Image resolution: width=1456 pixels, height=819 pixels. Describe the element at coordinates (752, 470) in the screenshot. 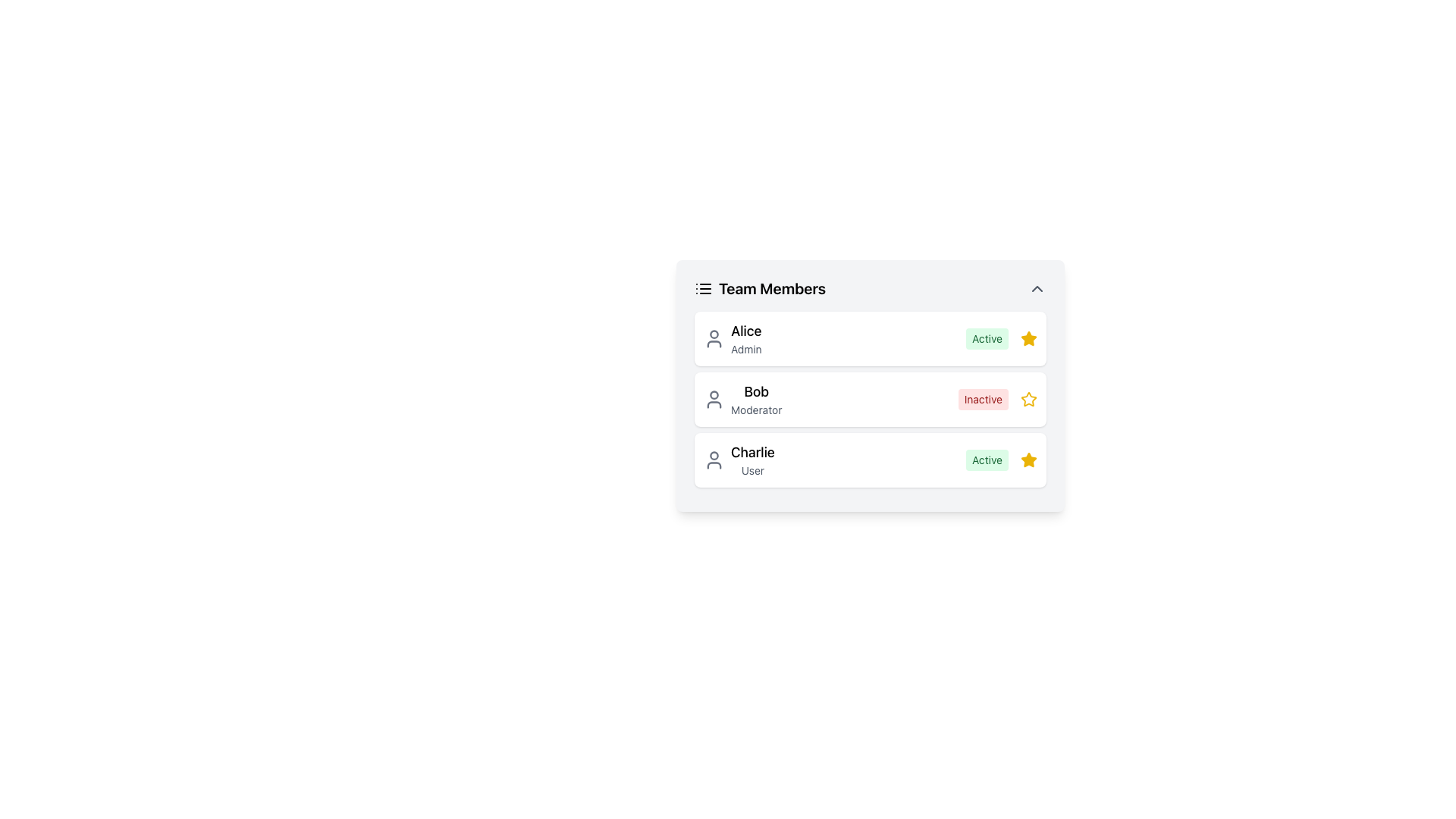

I see `the small-sized gray text label reading 'User', which is located below 'Charlie' in the Team Members list` at that location.